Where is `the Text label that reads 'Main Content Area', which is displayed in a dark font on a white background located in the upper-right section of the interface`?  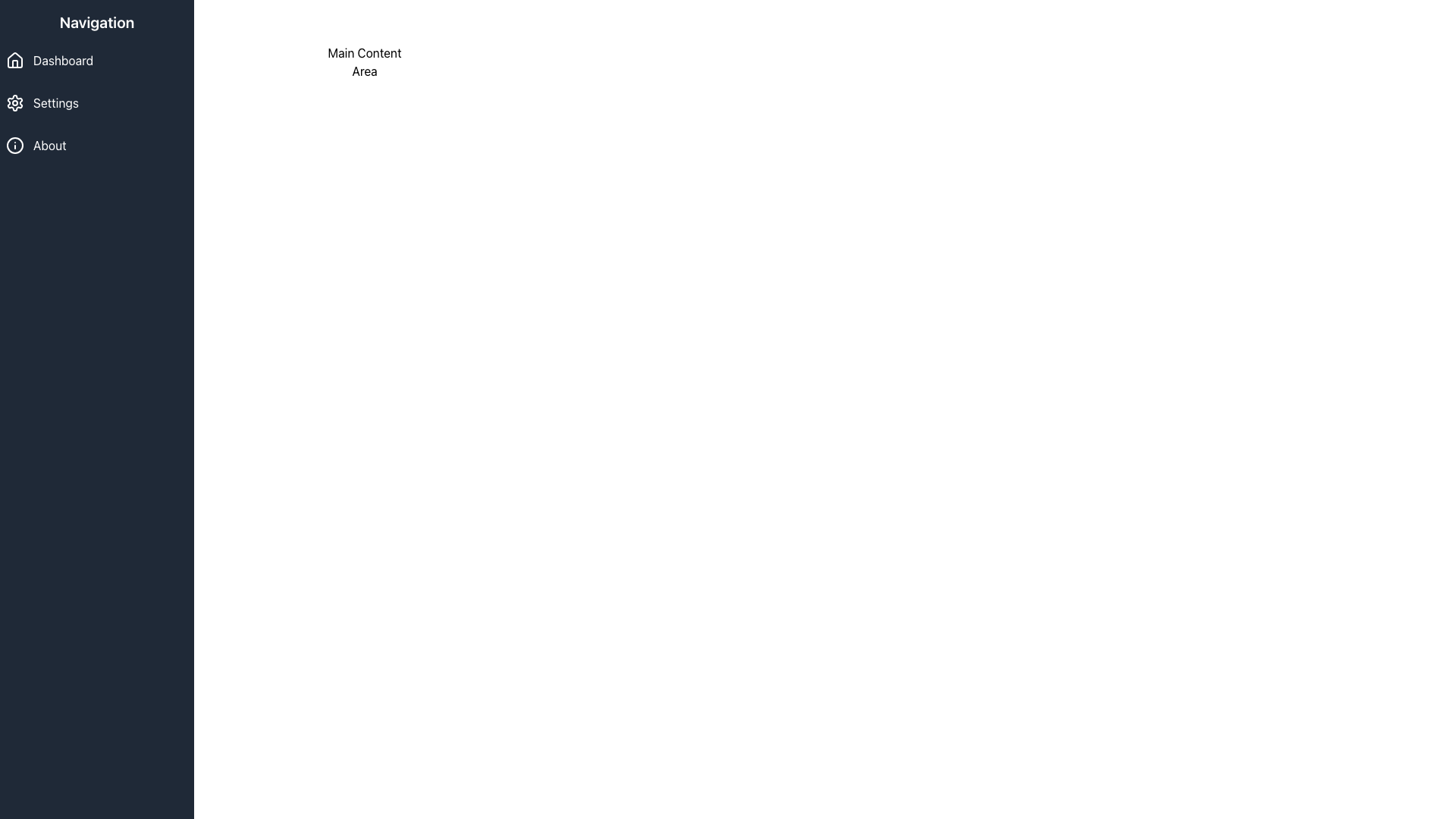
the Text label that reads 'Main Content Area', which is displayed in a dark font on a white background located in the upper-right section of the interface is located at coordinates (364, 61).